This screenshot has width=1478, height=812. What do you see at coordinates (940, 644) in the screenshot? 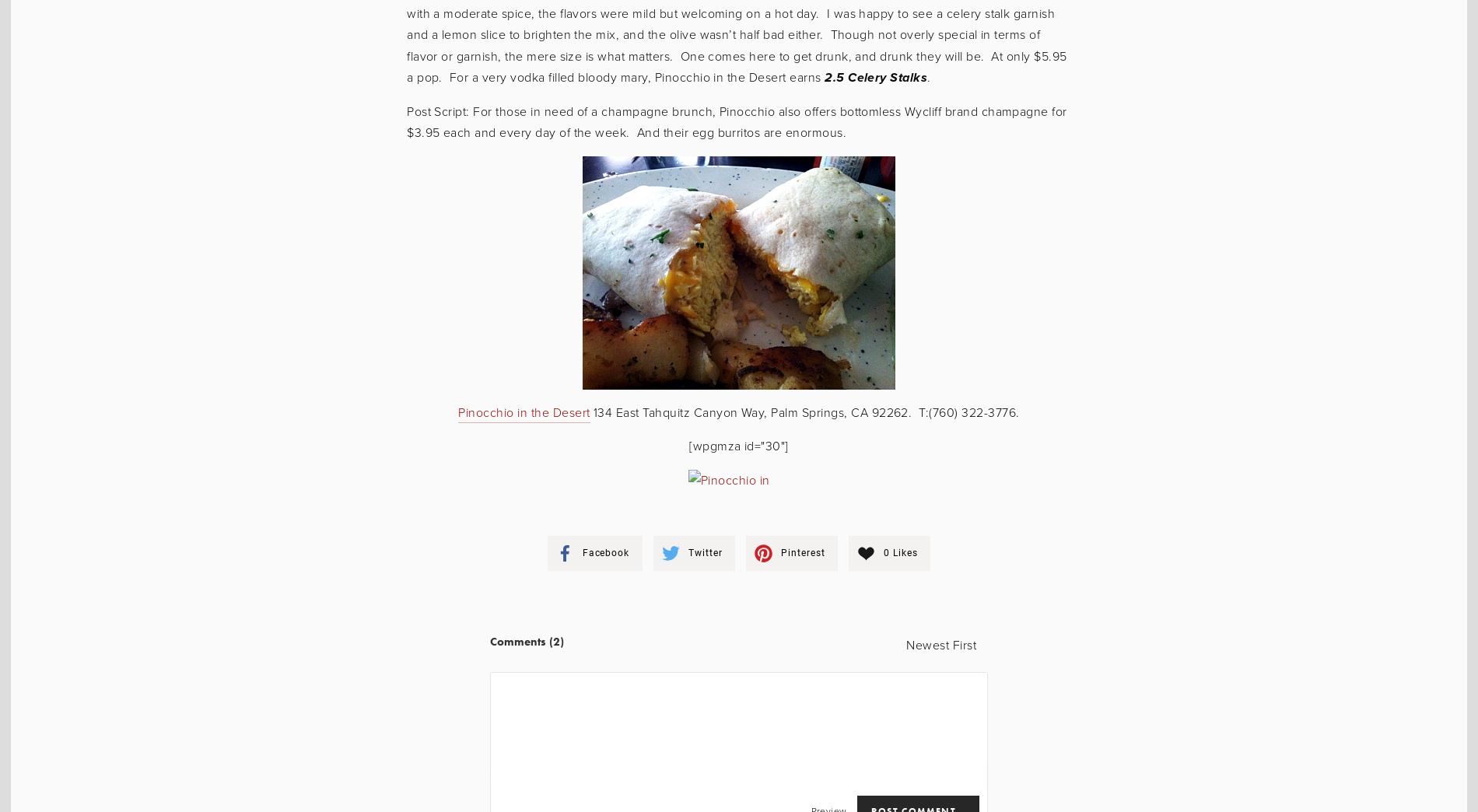
I see `'Newest First'` at bounding box center [940, 644].